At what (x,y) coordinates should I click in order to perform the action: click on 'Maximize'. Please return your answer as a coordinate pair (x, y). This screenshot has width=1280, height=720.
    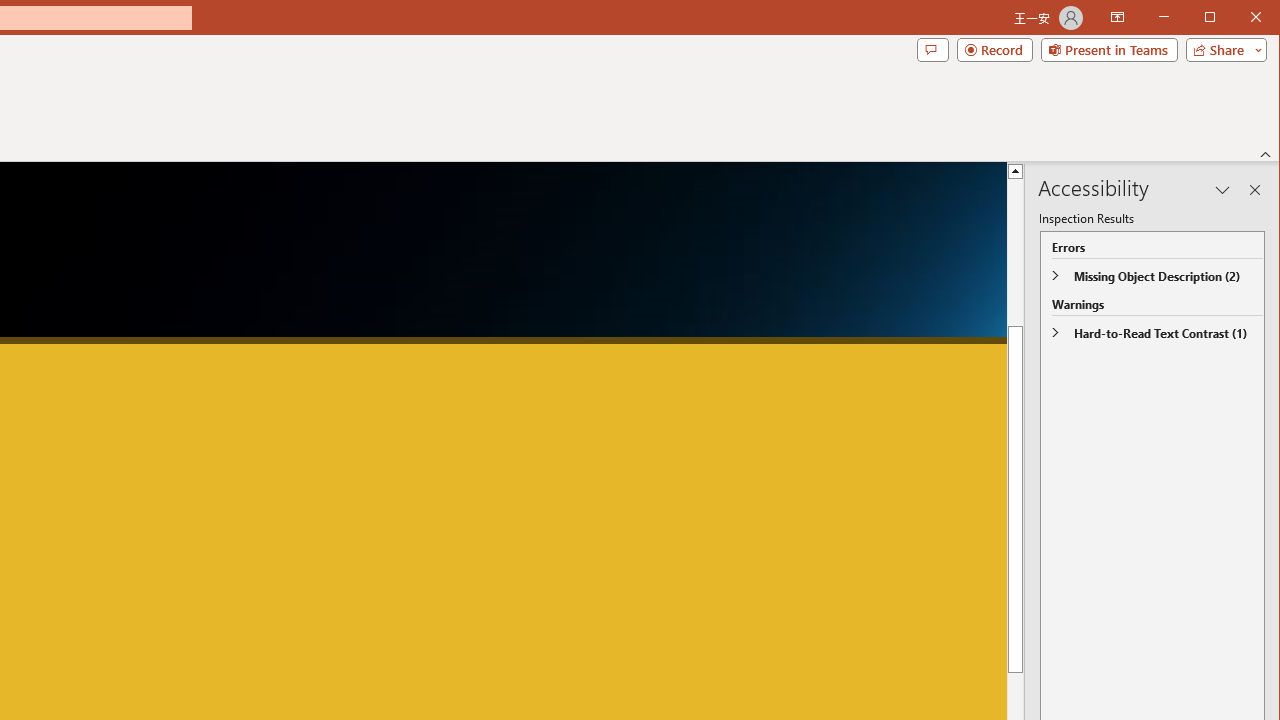
    Looking at the image, I should click on (1238, 19).